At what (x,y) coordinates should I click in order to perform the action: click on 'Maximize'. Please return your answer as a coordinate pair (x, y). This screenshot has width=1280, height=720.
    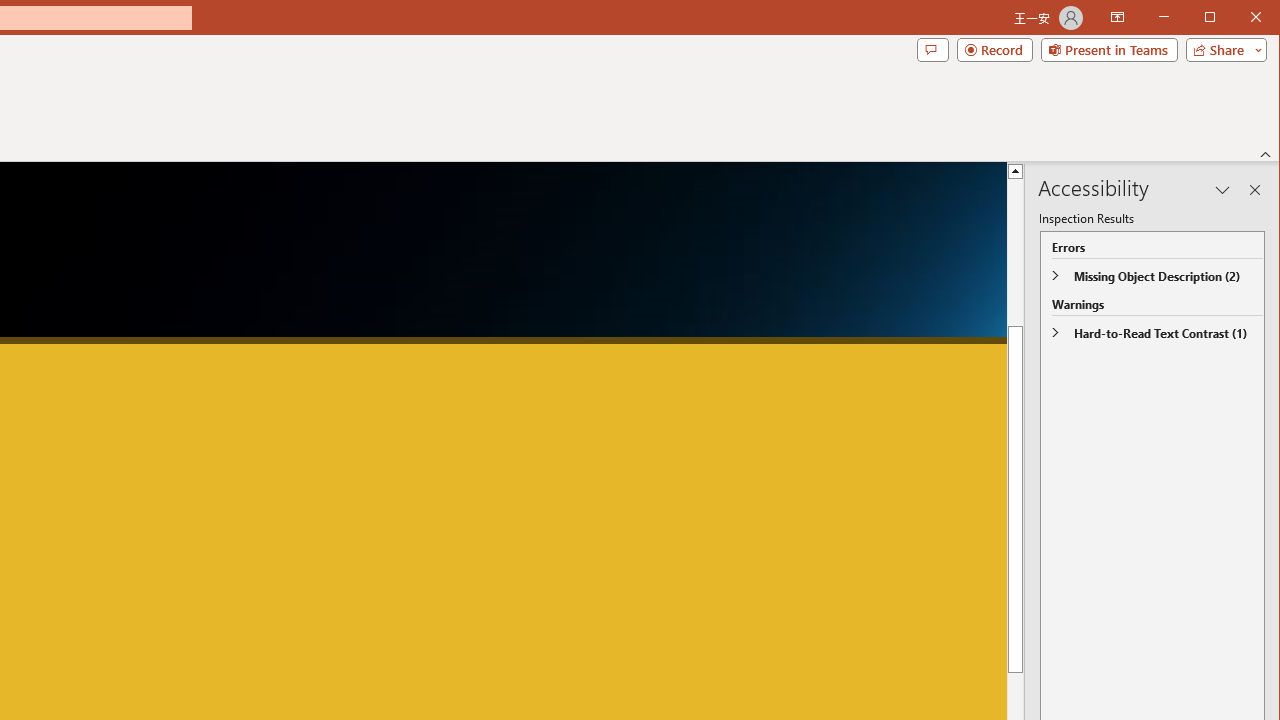
    Looking at the image, I should click on (1238, 19).